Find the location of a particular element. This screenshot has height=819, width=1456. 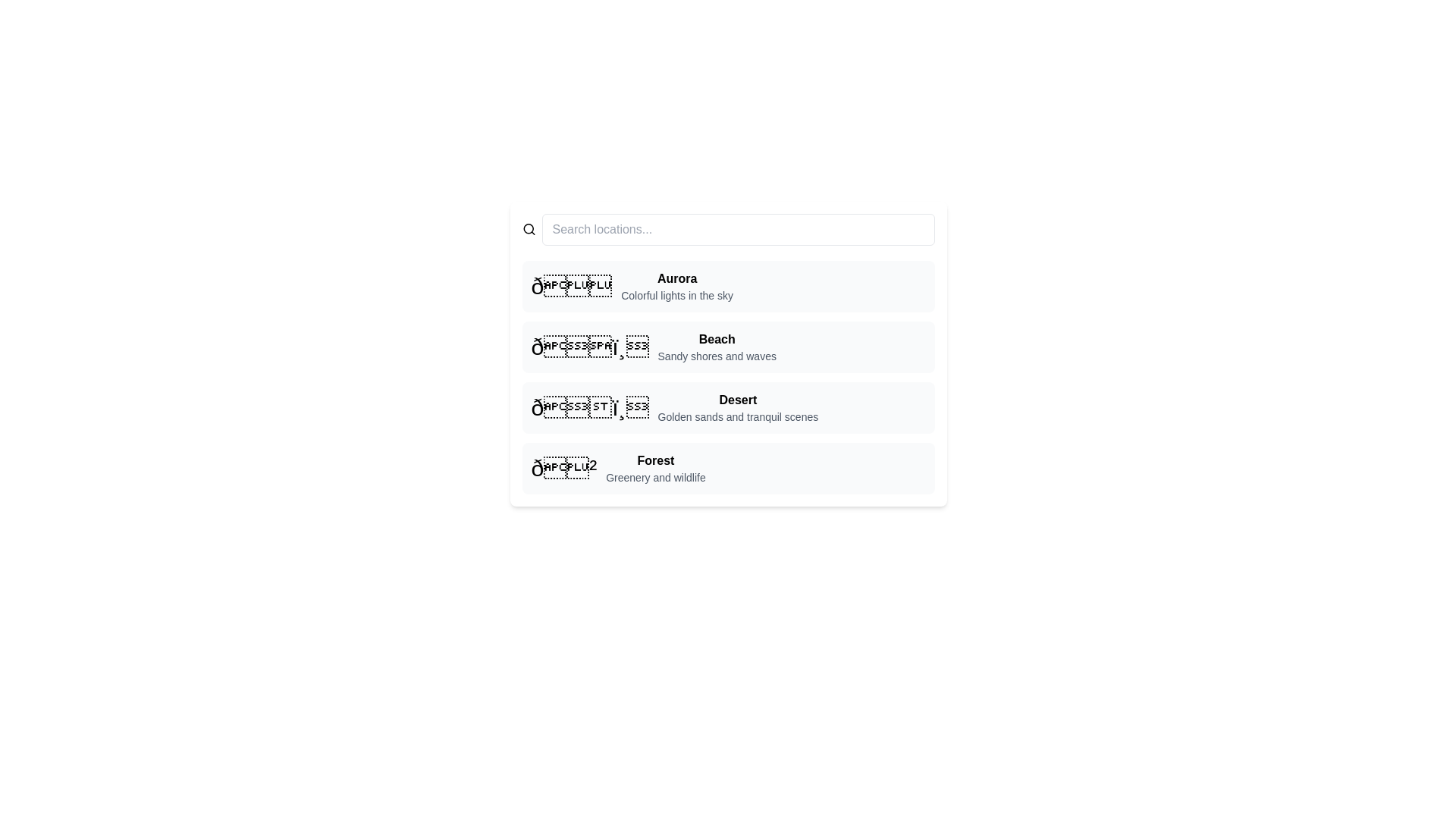

the selectable list item that features a desert emoji, the bold text 'Desert', and the description 'Golden sands and tranquil scenes' is located at coordinates (728, 406).